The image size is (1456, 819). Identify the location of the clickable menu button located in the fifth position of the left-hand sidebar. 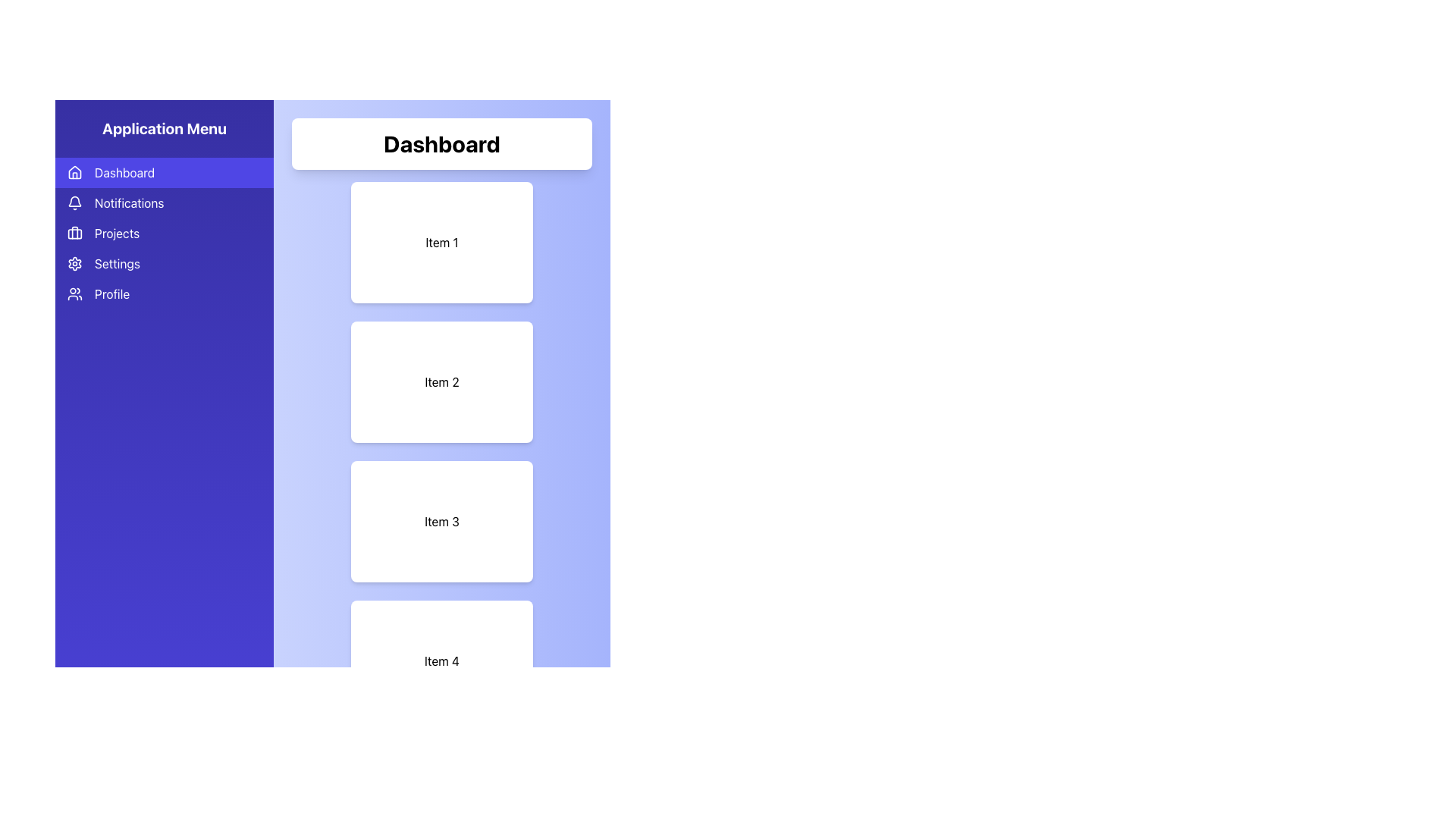
(164, 294).